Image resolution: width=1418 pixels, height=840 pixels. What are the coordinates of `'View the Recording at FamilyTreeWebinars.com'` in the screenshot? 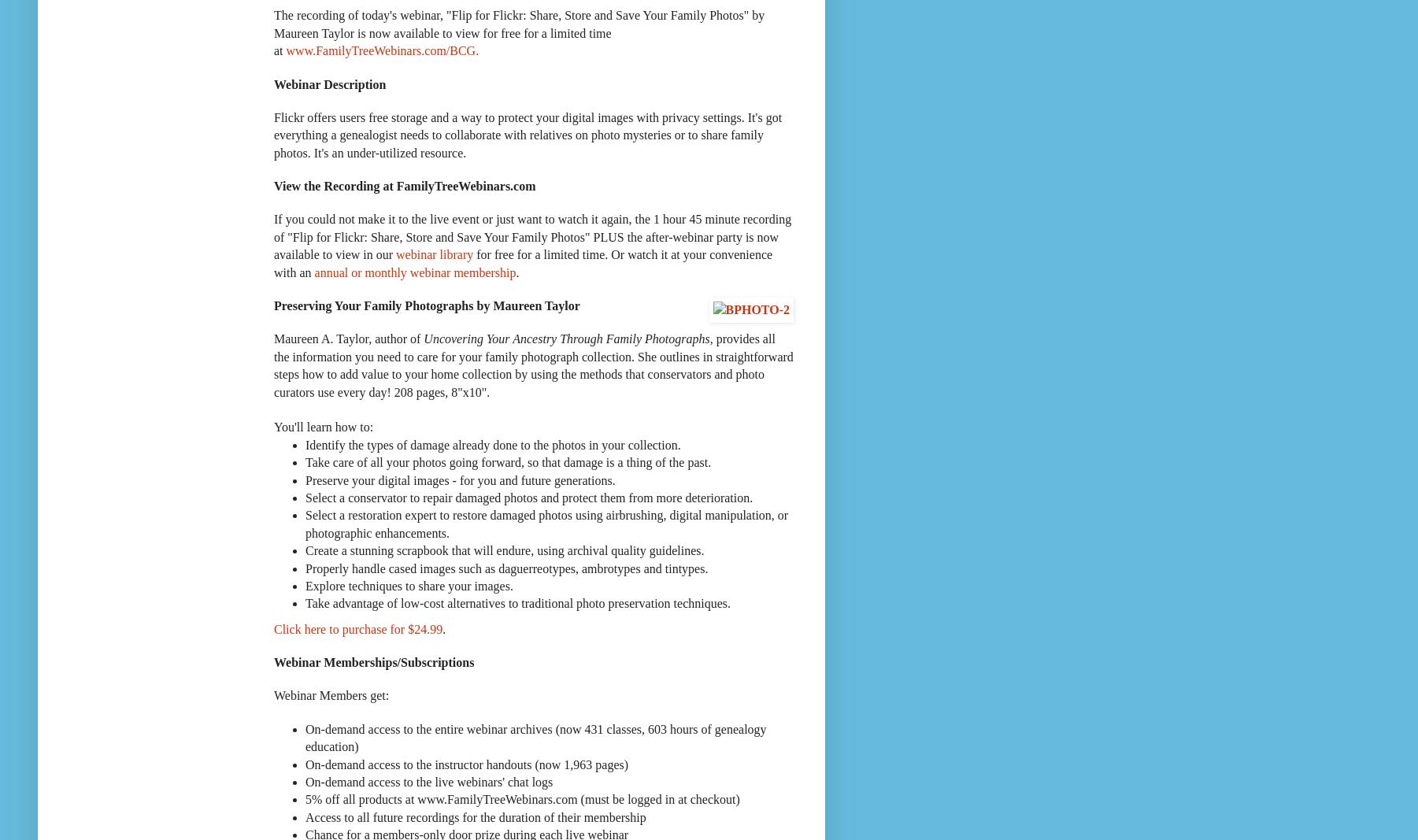 It's located at (405, 186).